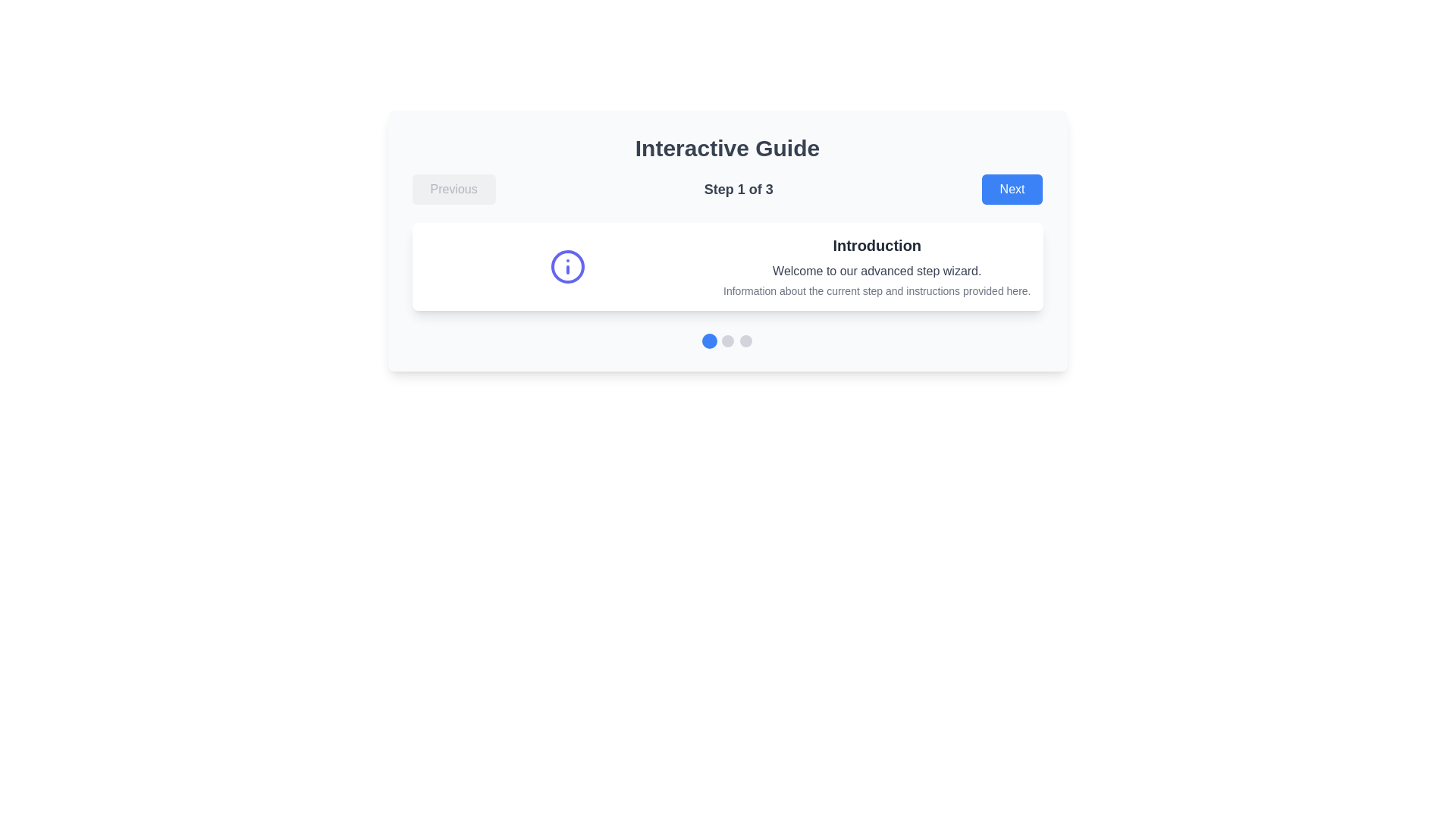 This screenshot has height=819, width=1456. What do you see at coordinates (726, 341) in the screenshot?
I see `to select the second circular step indicator in the progress navigation system, which is located near the bottom-center of the user interface, positioned between a blue circle and a gray circle` at bounding box center [726, 341].